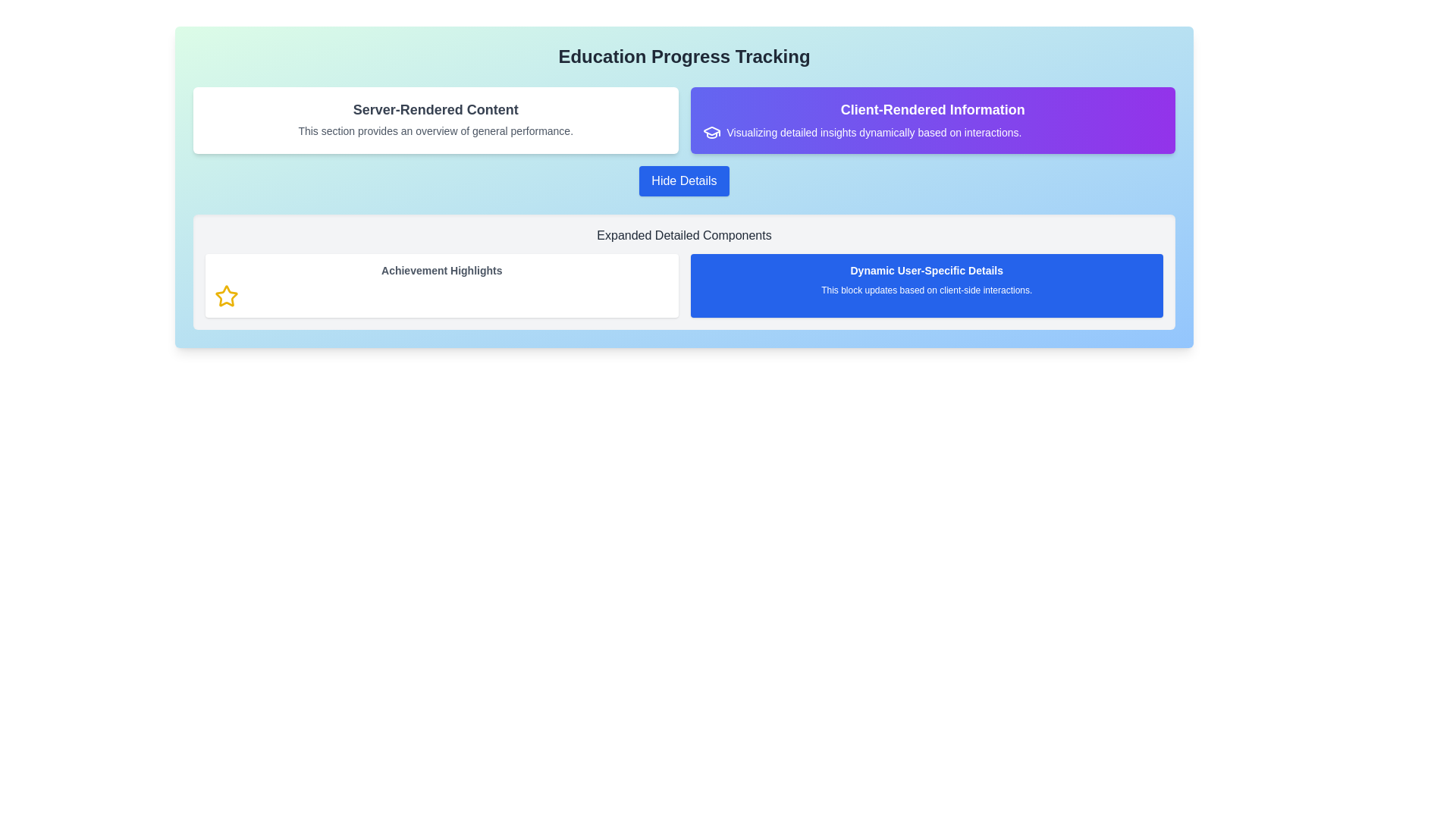 The width and height of the screenshot is (1456, 819). What do you see at coordinates (441, 270) in the screenshot?
I see `the Static Text Label that serves as a header for the 'Achievement Highlights' section, located in the 'Expanded Detailed Components' section` at bounding box center [441, 270].